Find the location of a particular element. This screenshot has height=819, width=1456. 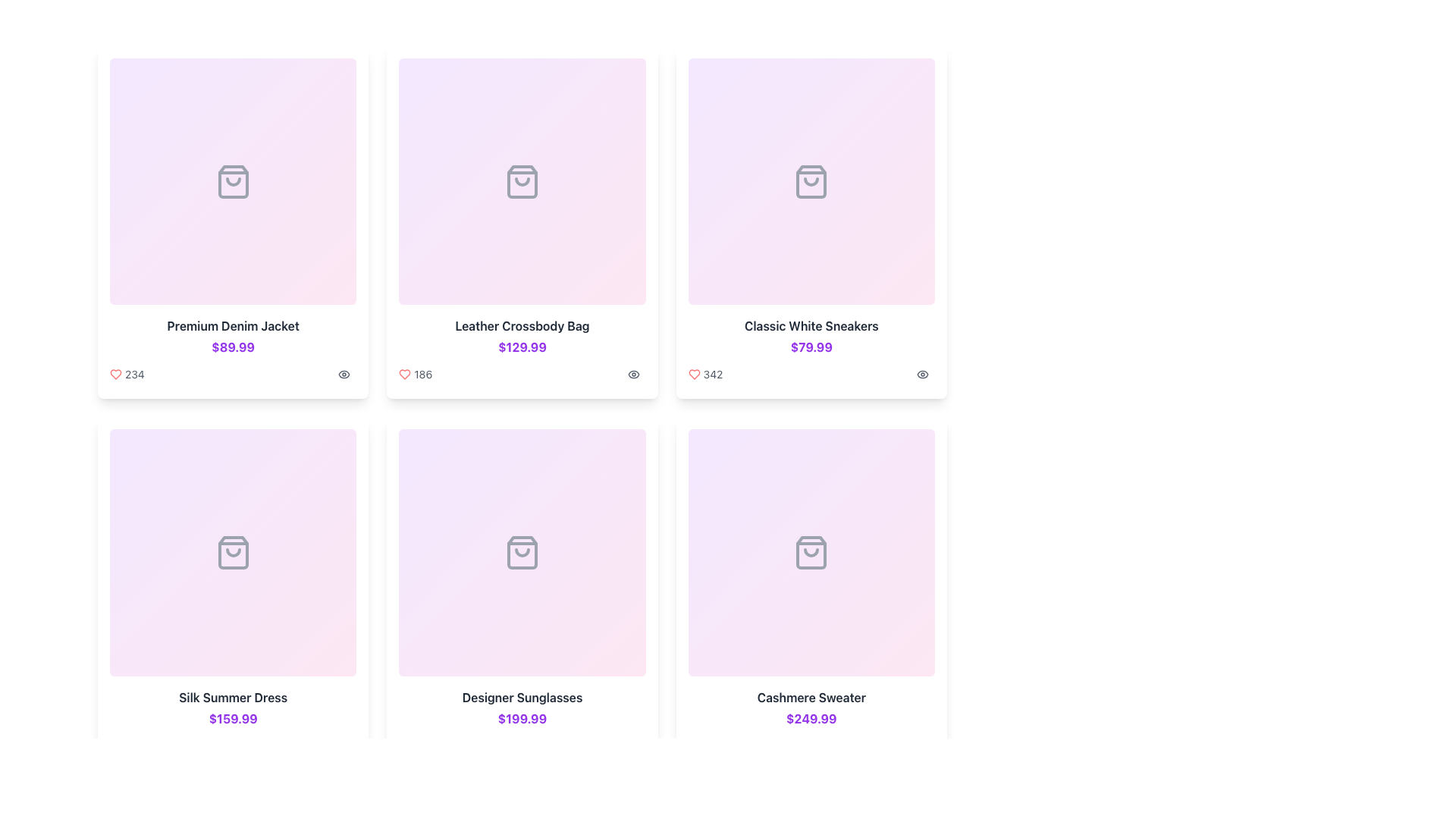

the heart-shaped red icon located in the bottom-left corner of the product card for the 'Leather Crossbody Bag' to like or favorite the item is located at coordinates (405, 375).